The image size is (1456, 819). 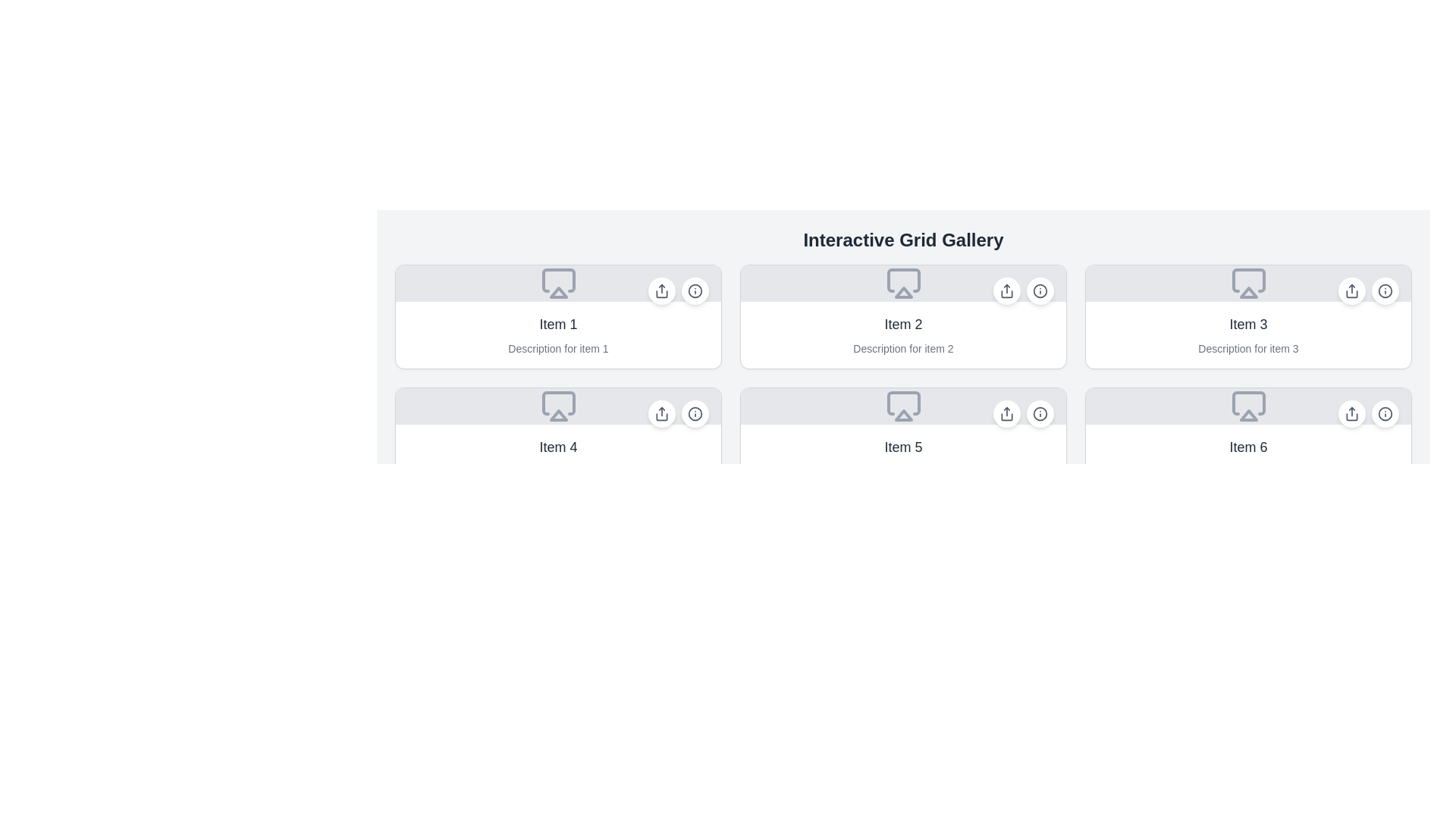 I want to click on the transparent interactive overlay covering the tile of 'Item 8', which is the fifth item in the grid of the interactive gallery, so click(x=903, y=562).